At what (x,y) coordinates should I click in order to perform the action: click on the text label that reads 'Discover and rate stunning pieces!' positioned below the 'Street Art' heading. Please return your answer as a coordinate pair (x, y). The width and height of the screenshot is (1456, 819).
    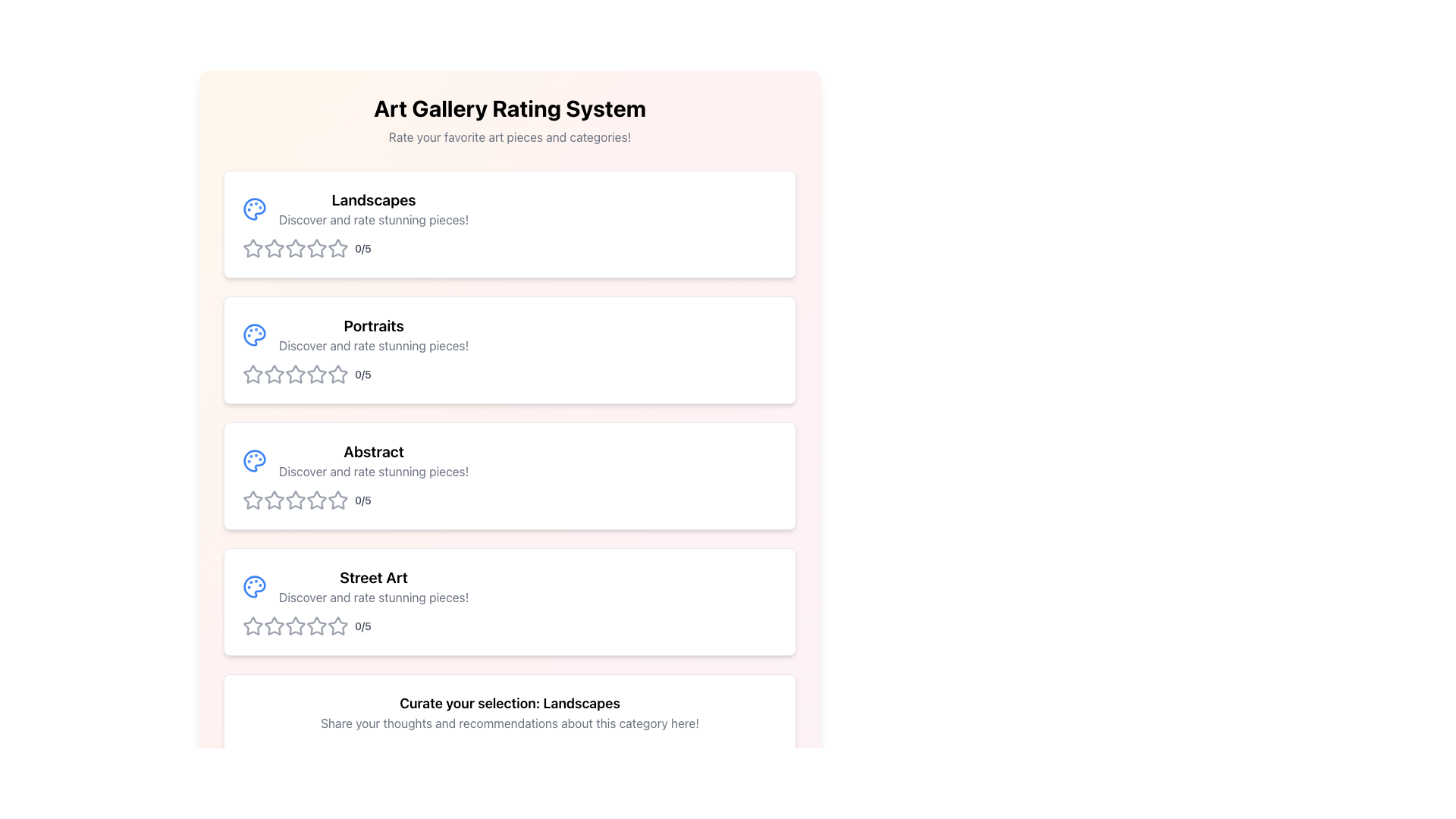
    Looking at the image, I should click on (374, 596).